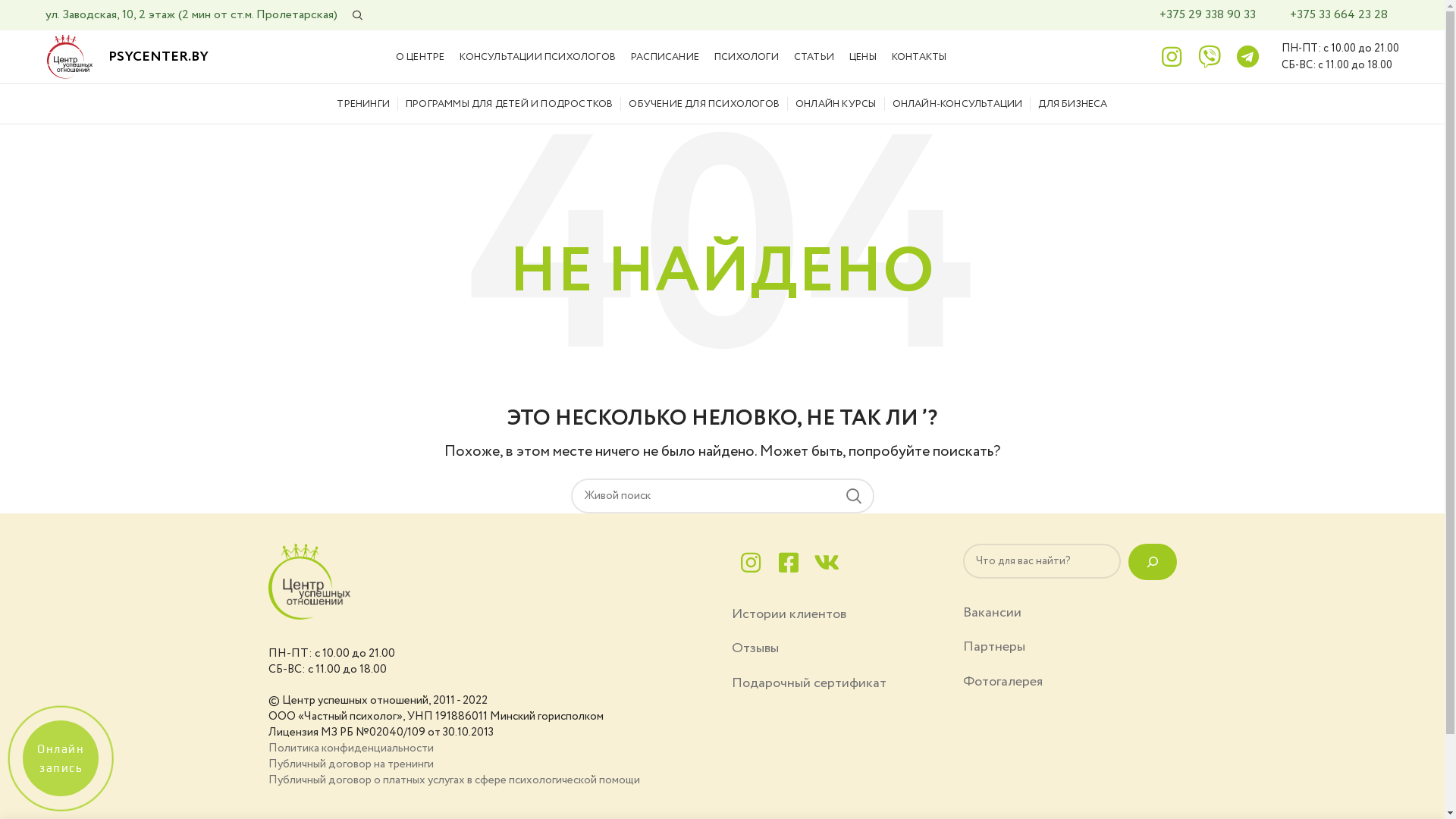 The width and height of the screenshot is (1456, 819). I want to click on 'instagram', so click(1160, 55).